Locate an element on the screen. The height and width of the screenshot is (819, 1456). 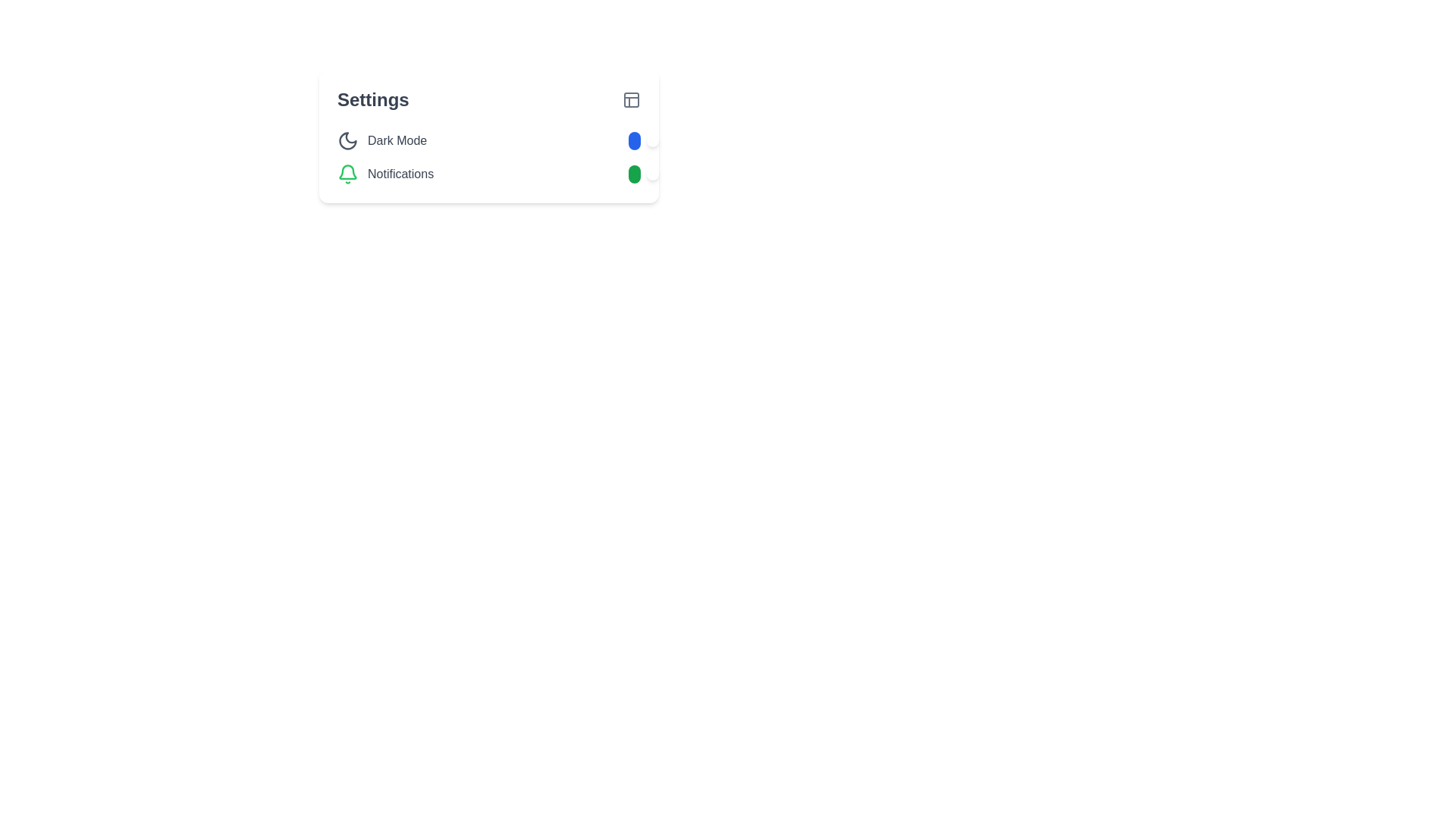
the 'Notifications' text label, which is styled with gray color and medium font weight, located in the settings interface below the 'Dark Mode' entry and aligned with a green bell icon to its left is located at coordinates (400, 174).